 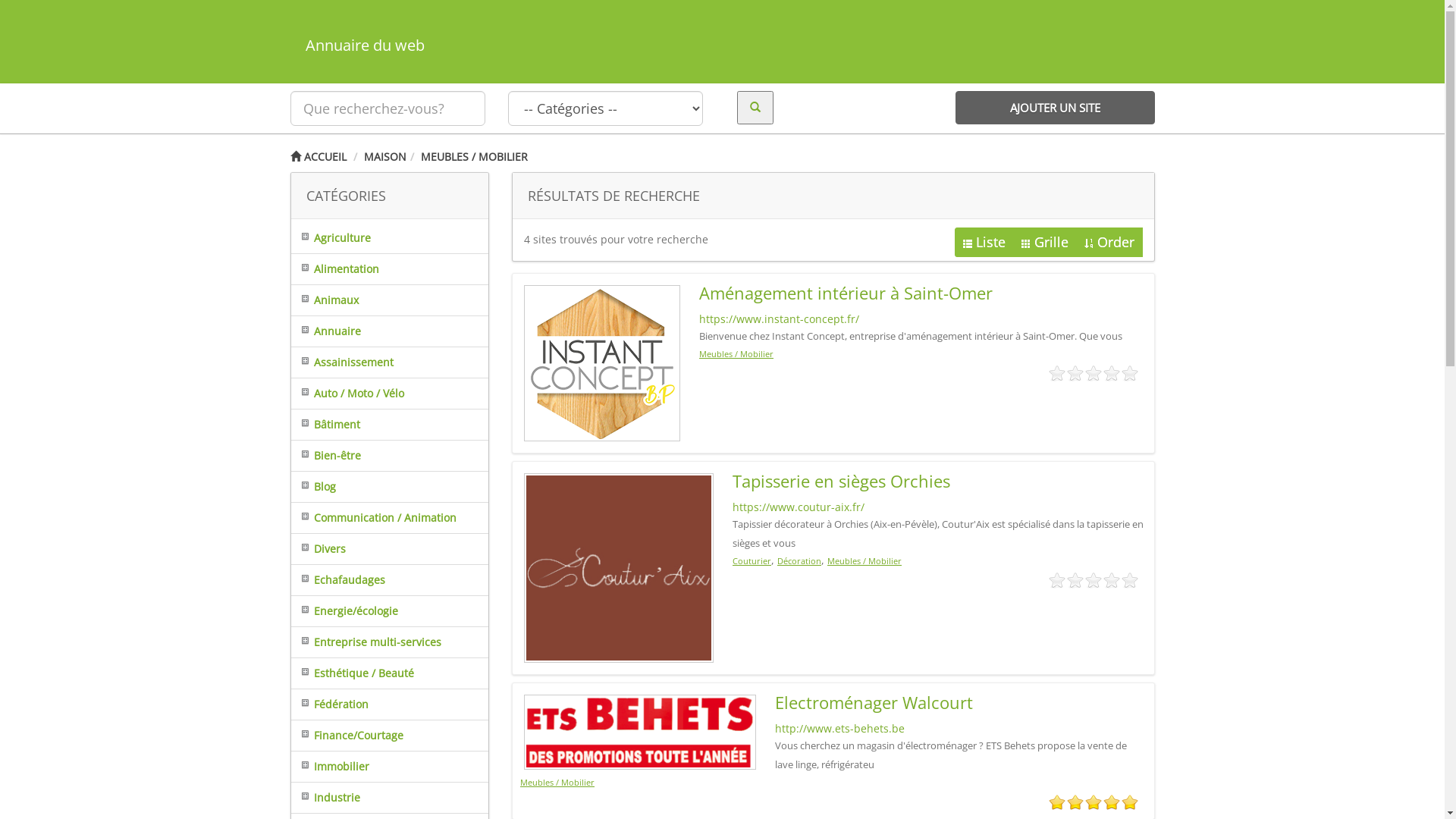 I want to click on 'https://www.instant-concept.fr/', so click(x=779, y=318).